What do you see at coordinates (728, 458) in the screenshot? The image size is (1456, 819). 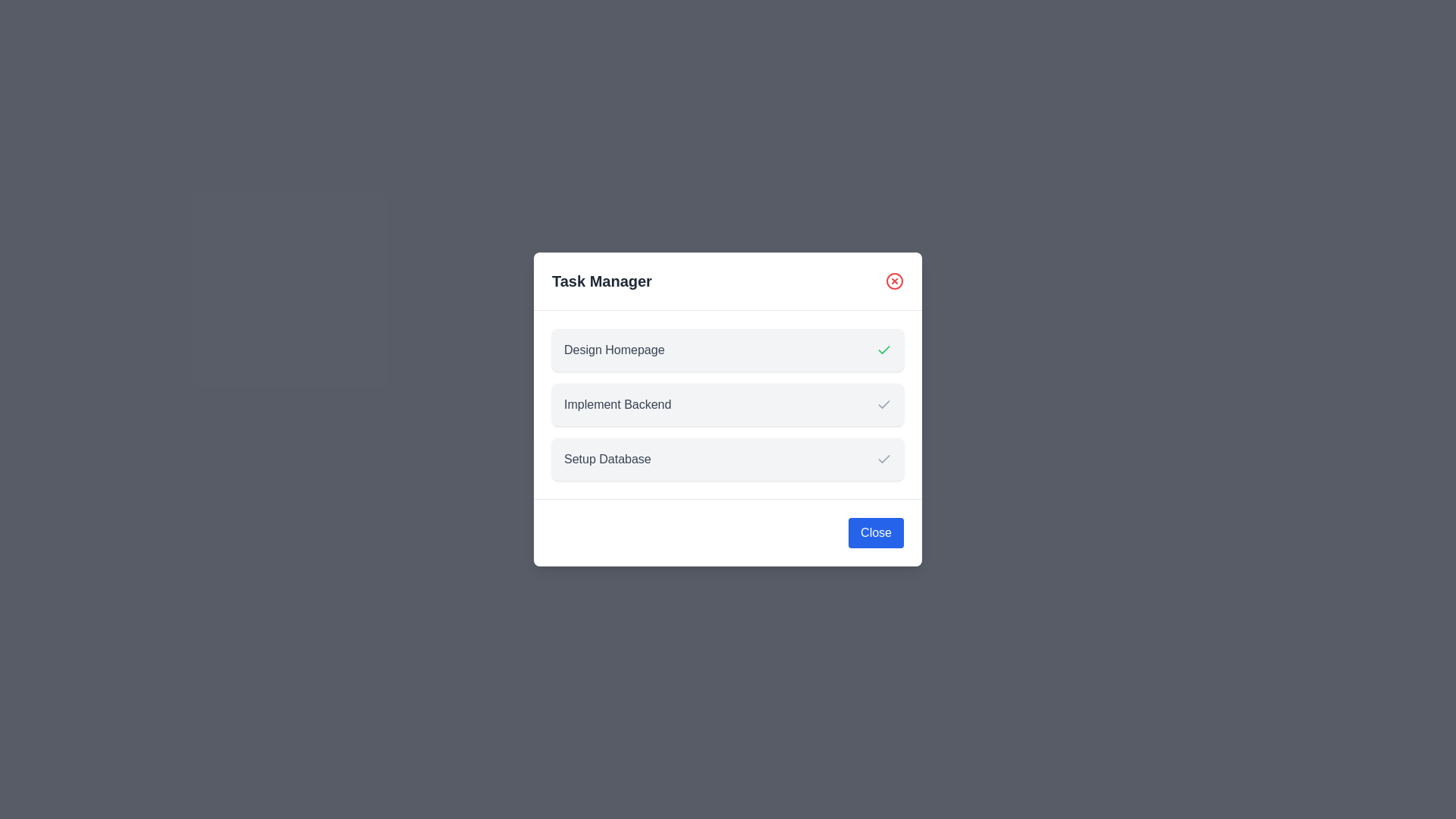 I see `the task item corresponding to Setup Database to inspect its details` at bounding box center [728, 458].